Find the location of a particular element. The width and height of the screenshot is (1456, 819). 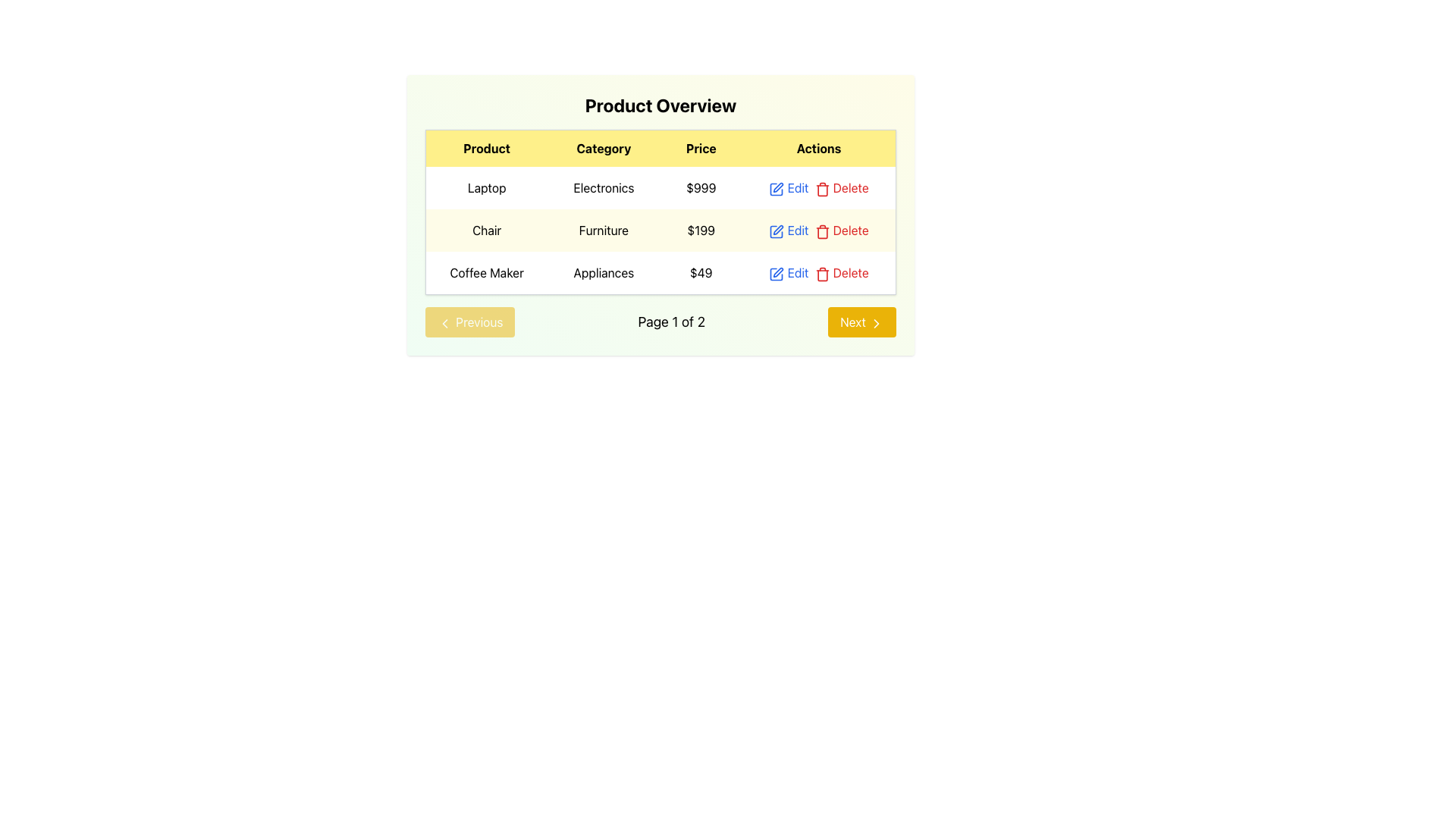

the text label displaying the price of the 'Chair' item in the 'Product Overview' table, located in the second row between the 'Category' and 'Actions' columns is located at coordinates (700, 231).